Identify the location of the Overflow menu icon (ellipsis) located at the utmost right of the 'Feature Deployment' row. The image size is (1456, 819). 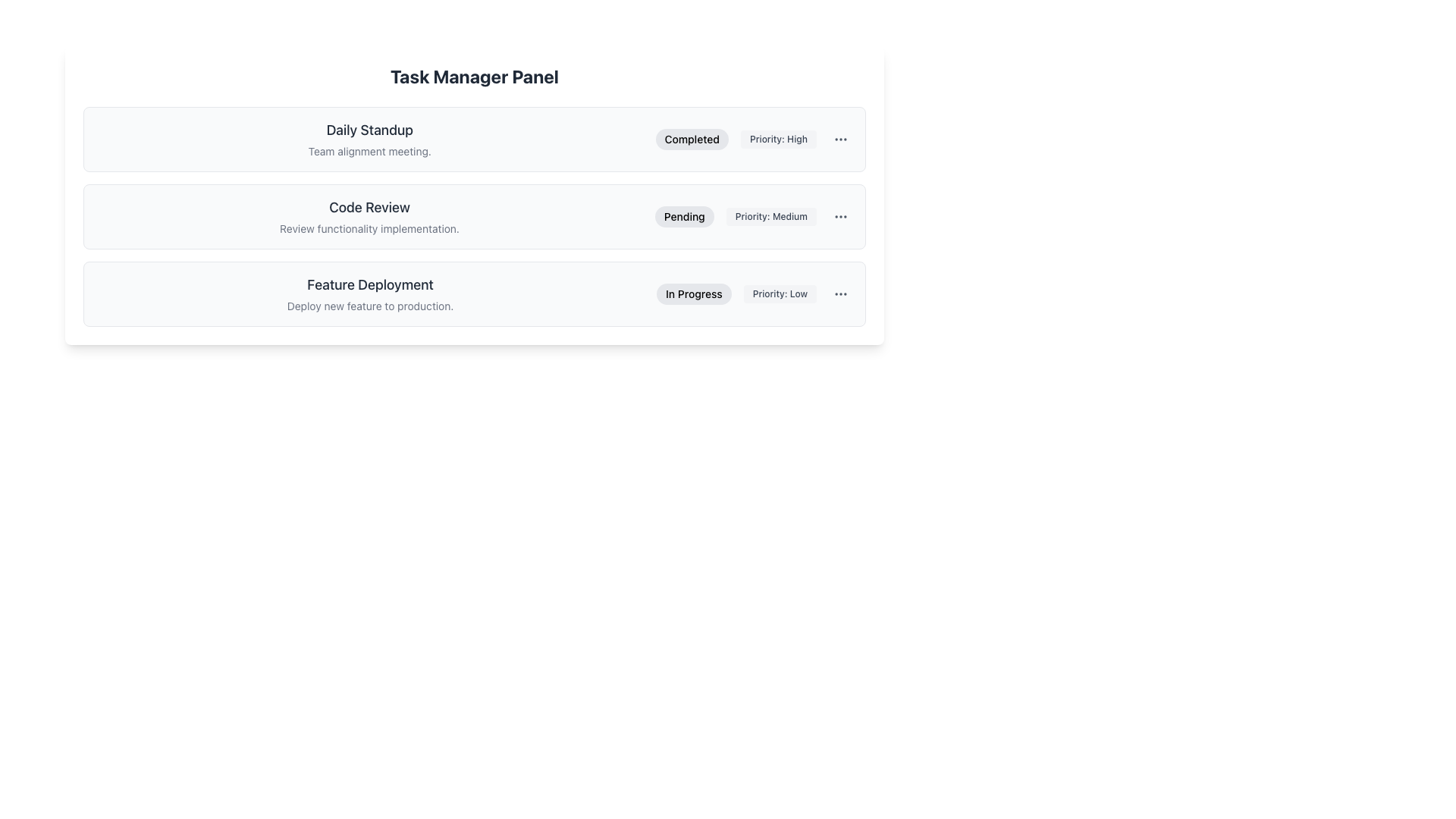
(839, 294).